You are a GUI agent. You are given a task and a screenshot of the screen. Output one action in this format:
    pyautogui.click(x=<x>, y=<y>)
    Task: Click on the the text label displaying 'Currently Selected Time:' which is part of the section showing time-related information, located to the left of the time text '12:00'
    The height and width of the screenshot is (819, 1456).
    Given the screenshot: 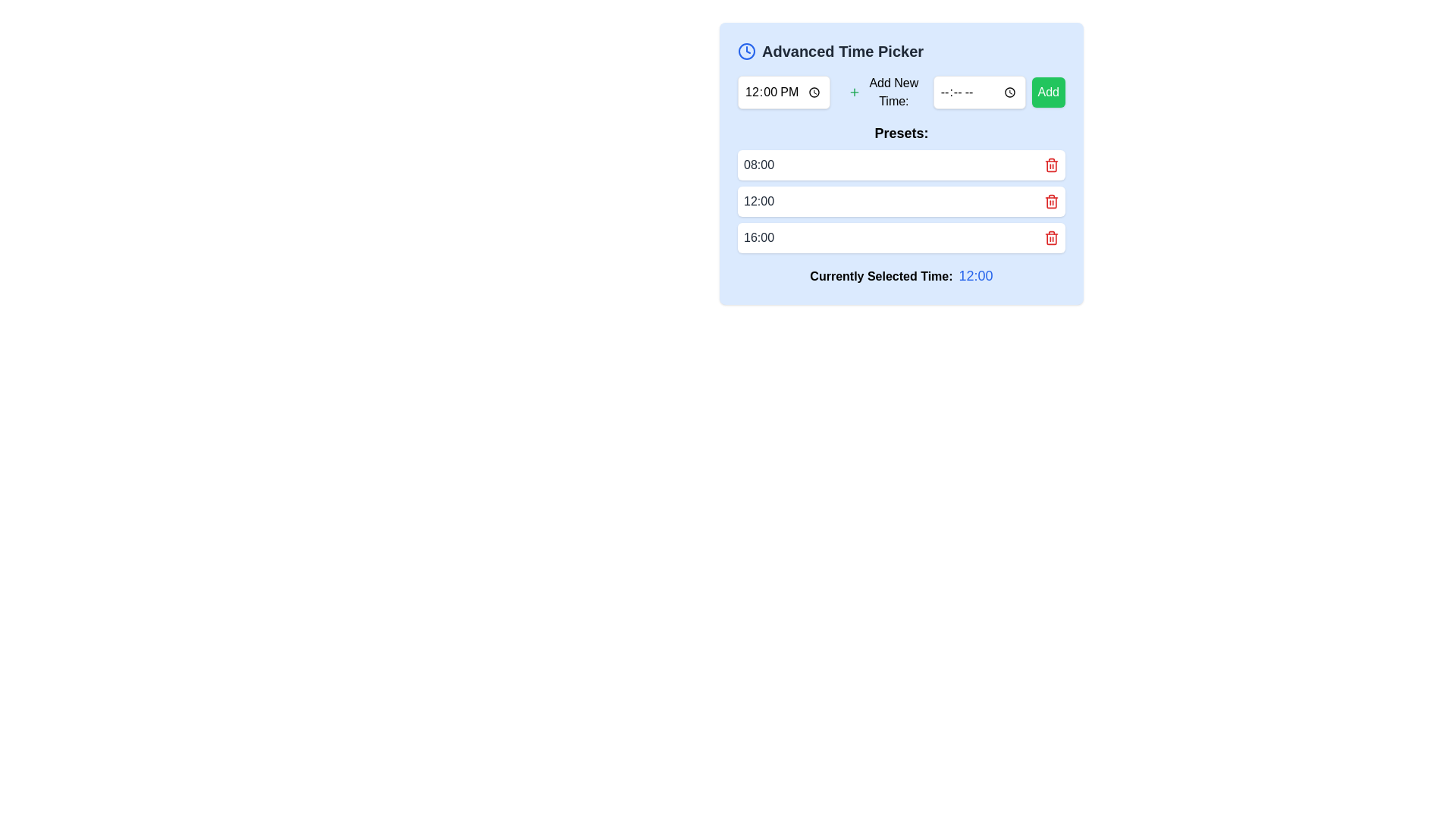 What is the action you would take?
    pyautogui.click(x=881, y=276)
    